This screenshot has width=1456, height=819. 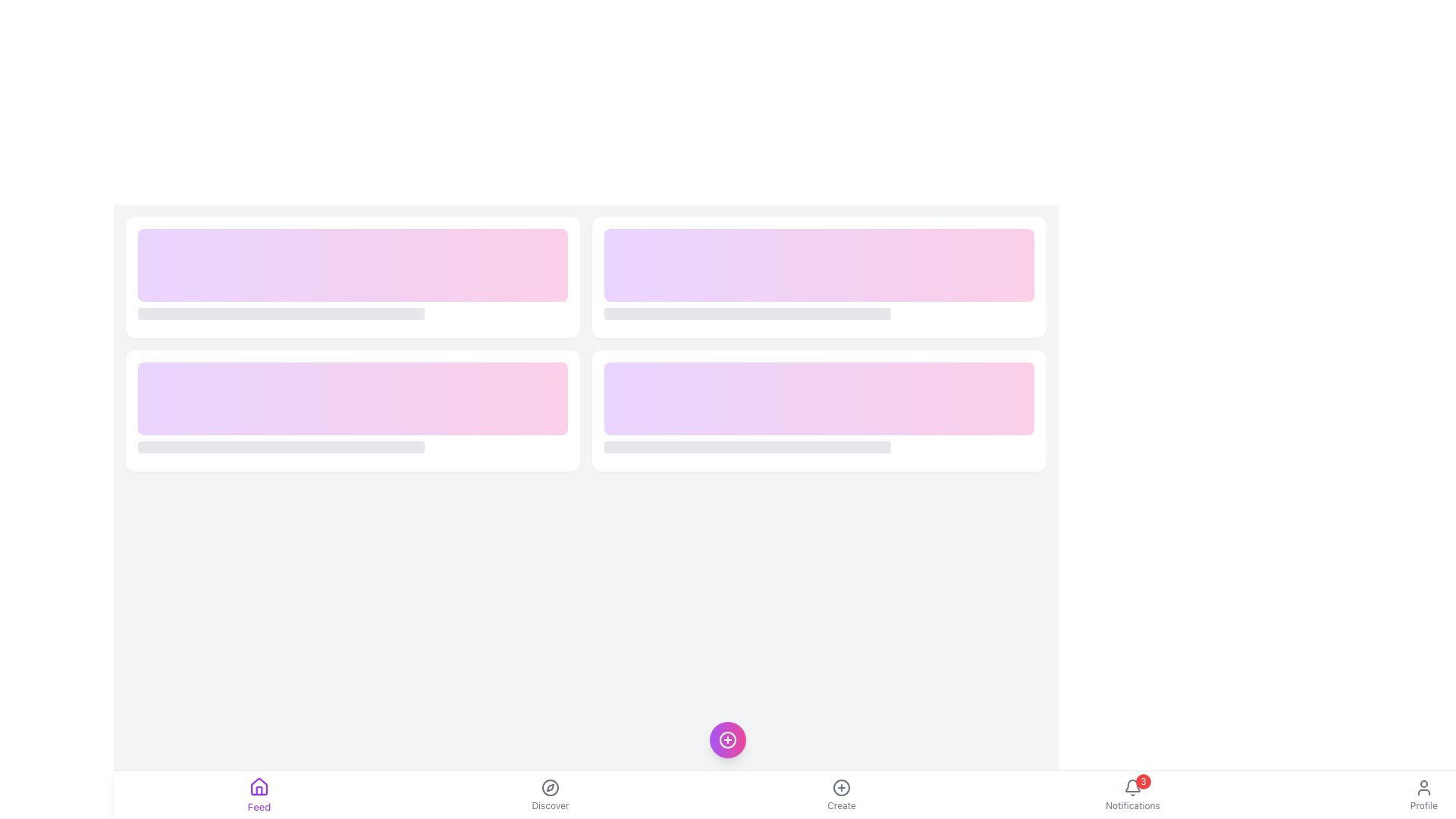 What do you see at coordinates (259, 785) in the screenshot?
I see `the home icon SVG vector, which serves as a button for navigating to the 'Feed' section of the application` at bounding box center [259, 785].